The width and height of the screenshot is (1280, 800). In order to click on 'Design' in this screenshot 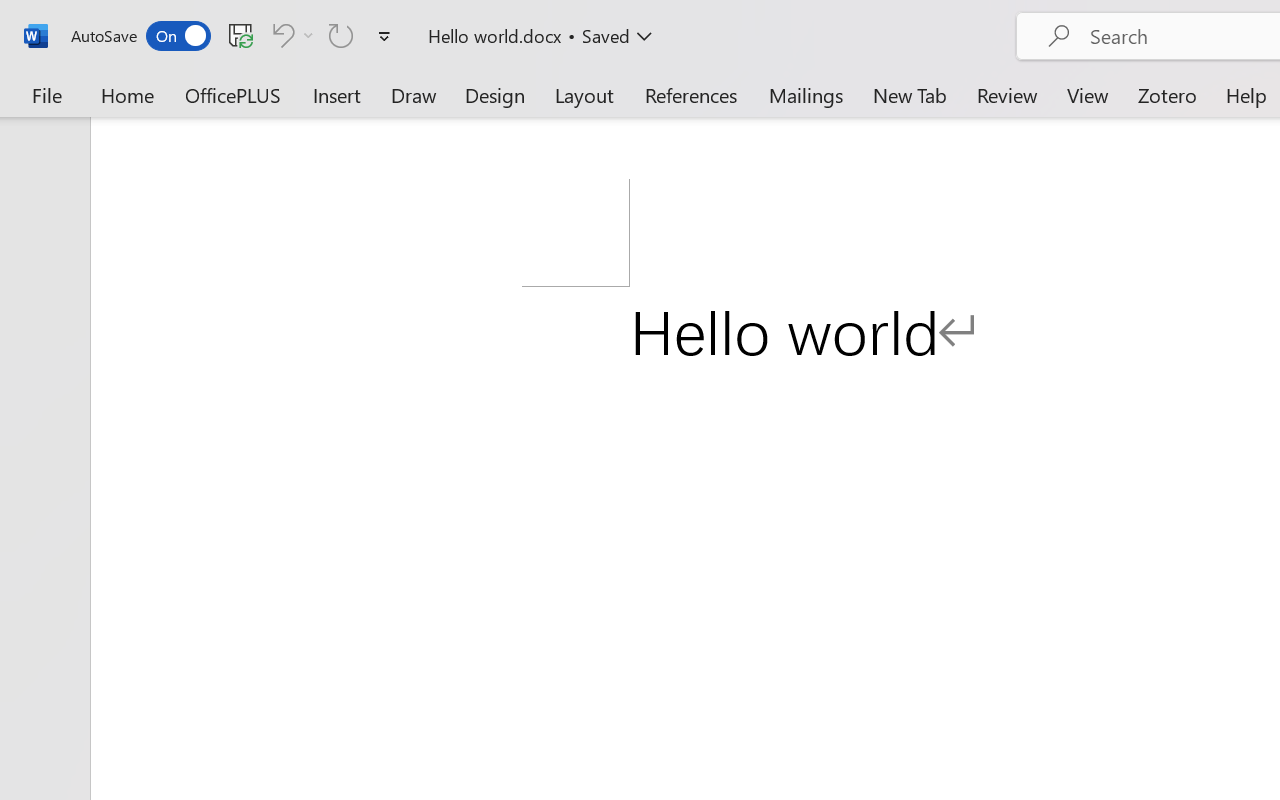, I will do `click(495, 94)`.